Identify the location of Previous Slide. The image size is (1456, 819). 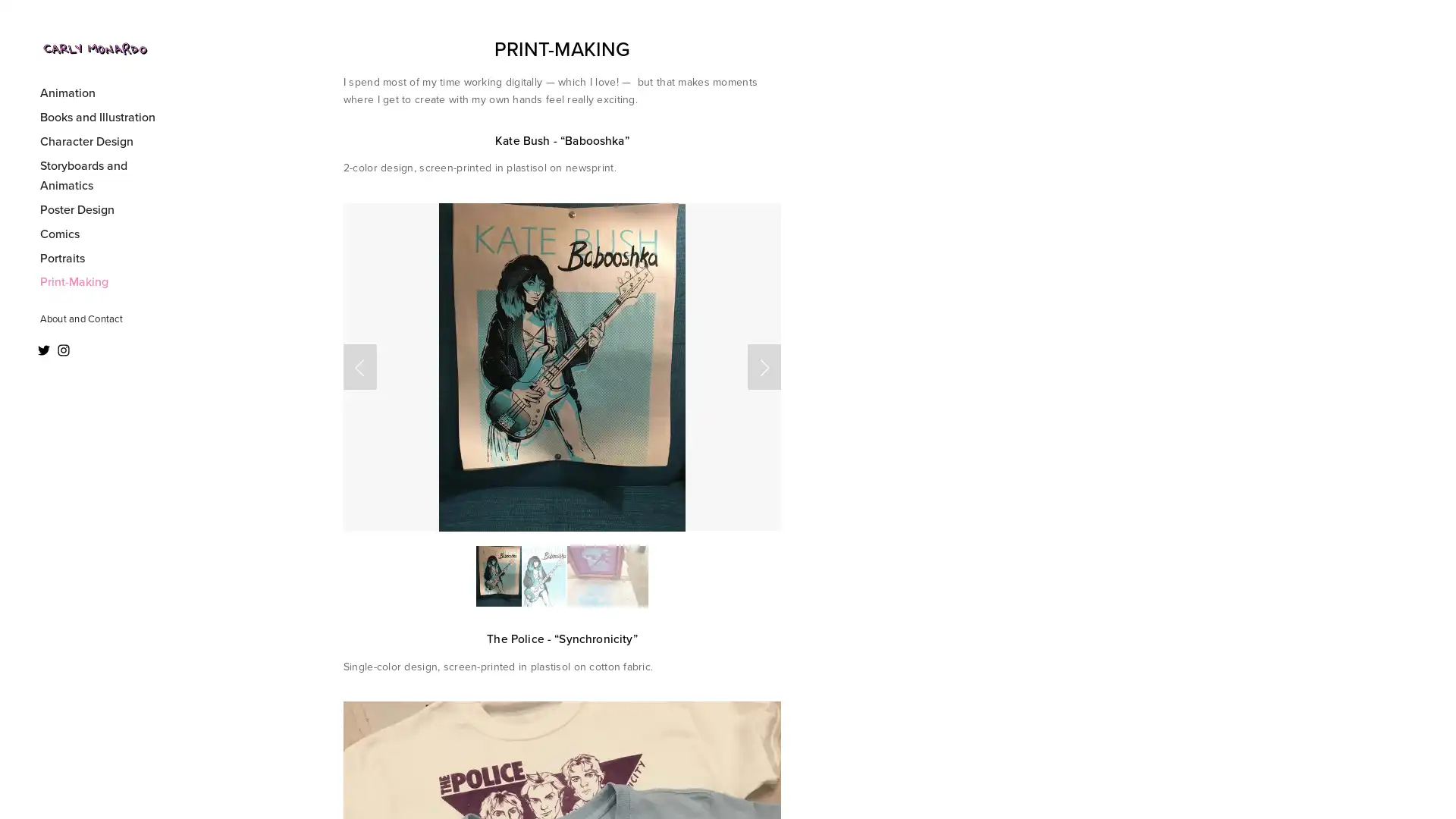
(359, 366).